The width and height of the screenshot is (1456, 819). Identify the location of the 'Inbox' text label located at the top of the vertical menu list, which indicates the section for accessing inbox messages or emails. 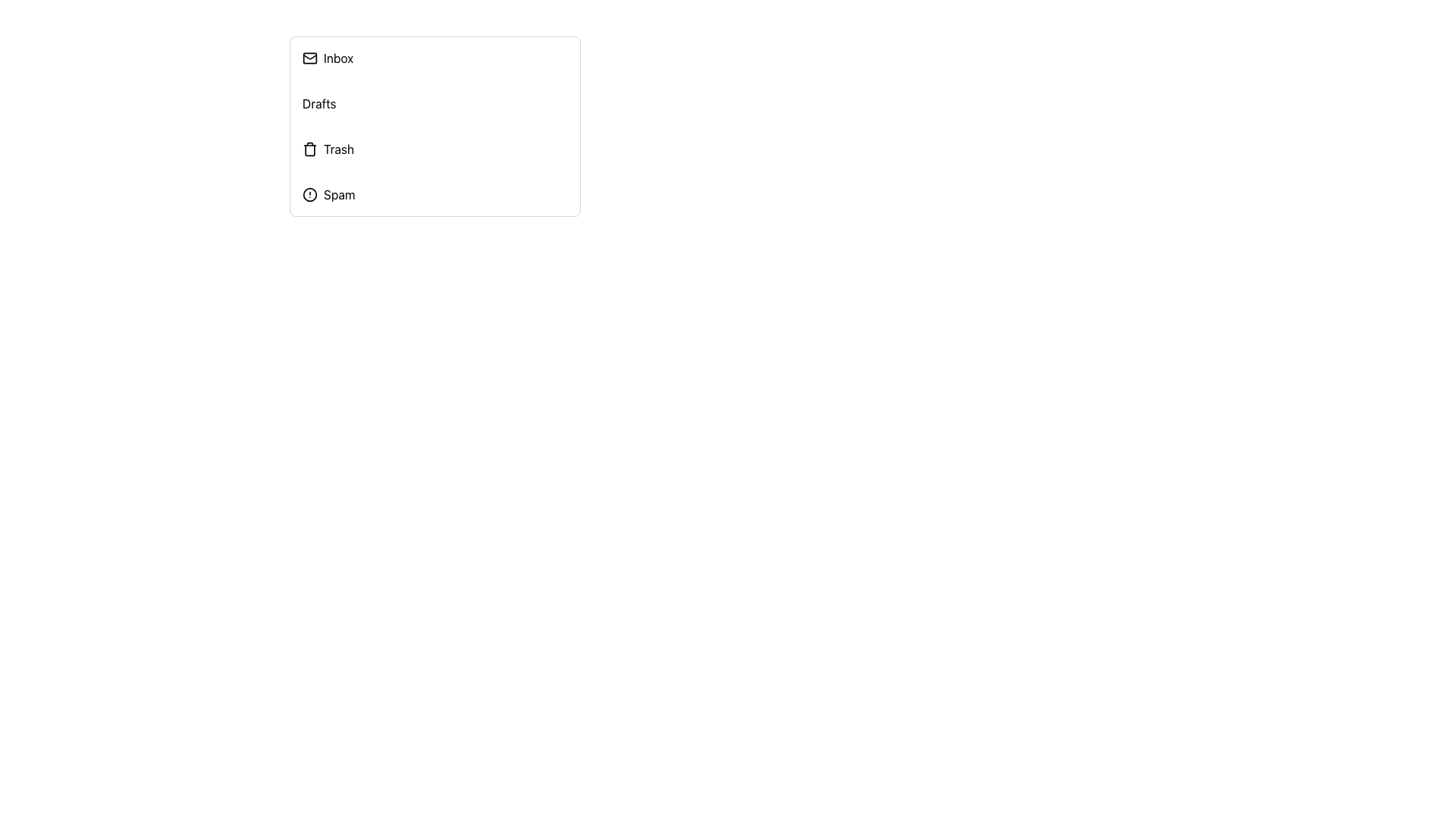
(337, 58).